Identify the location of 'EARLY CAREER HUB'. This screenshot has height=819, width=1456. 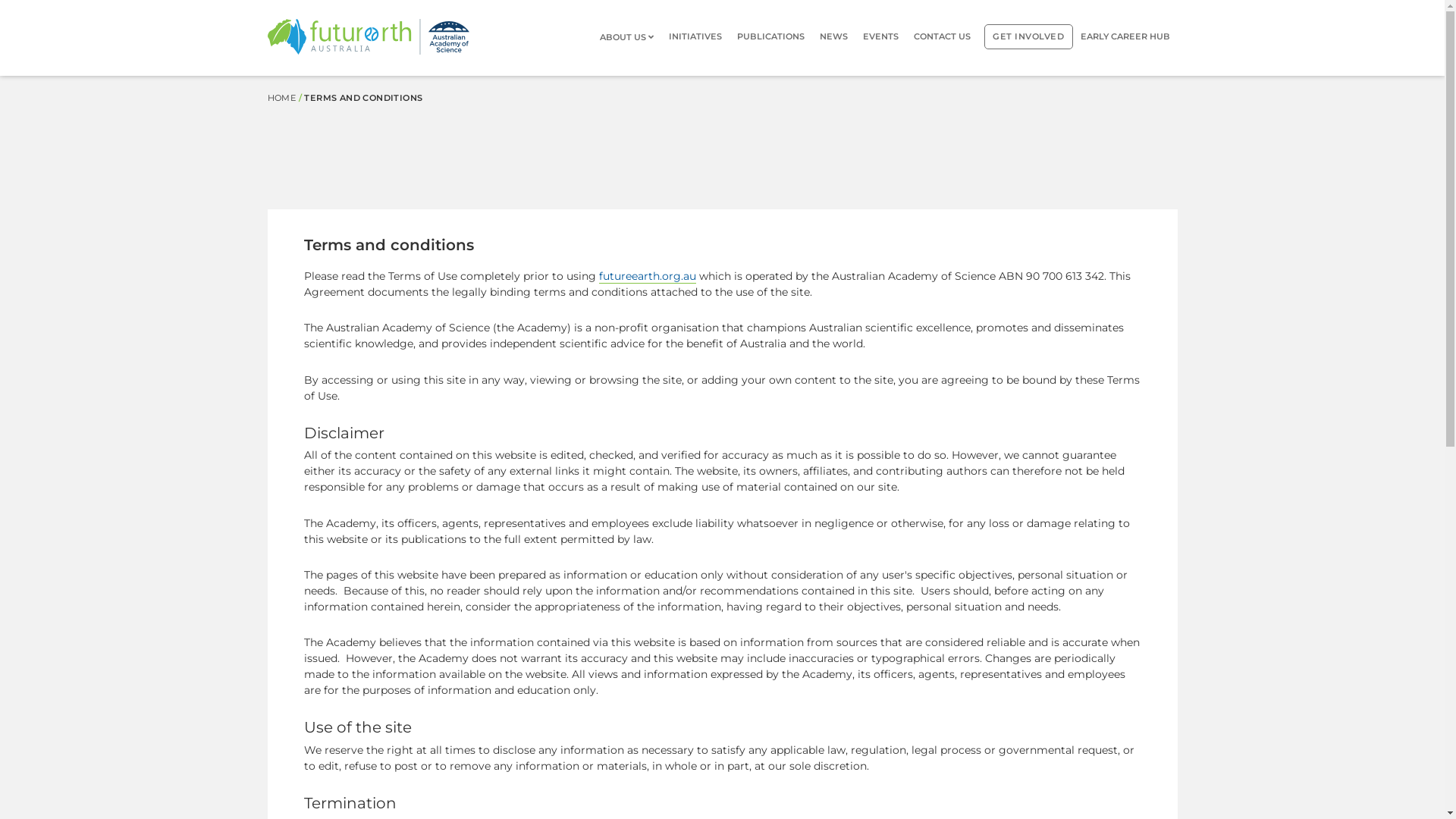
(1125, 36).